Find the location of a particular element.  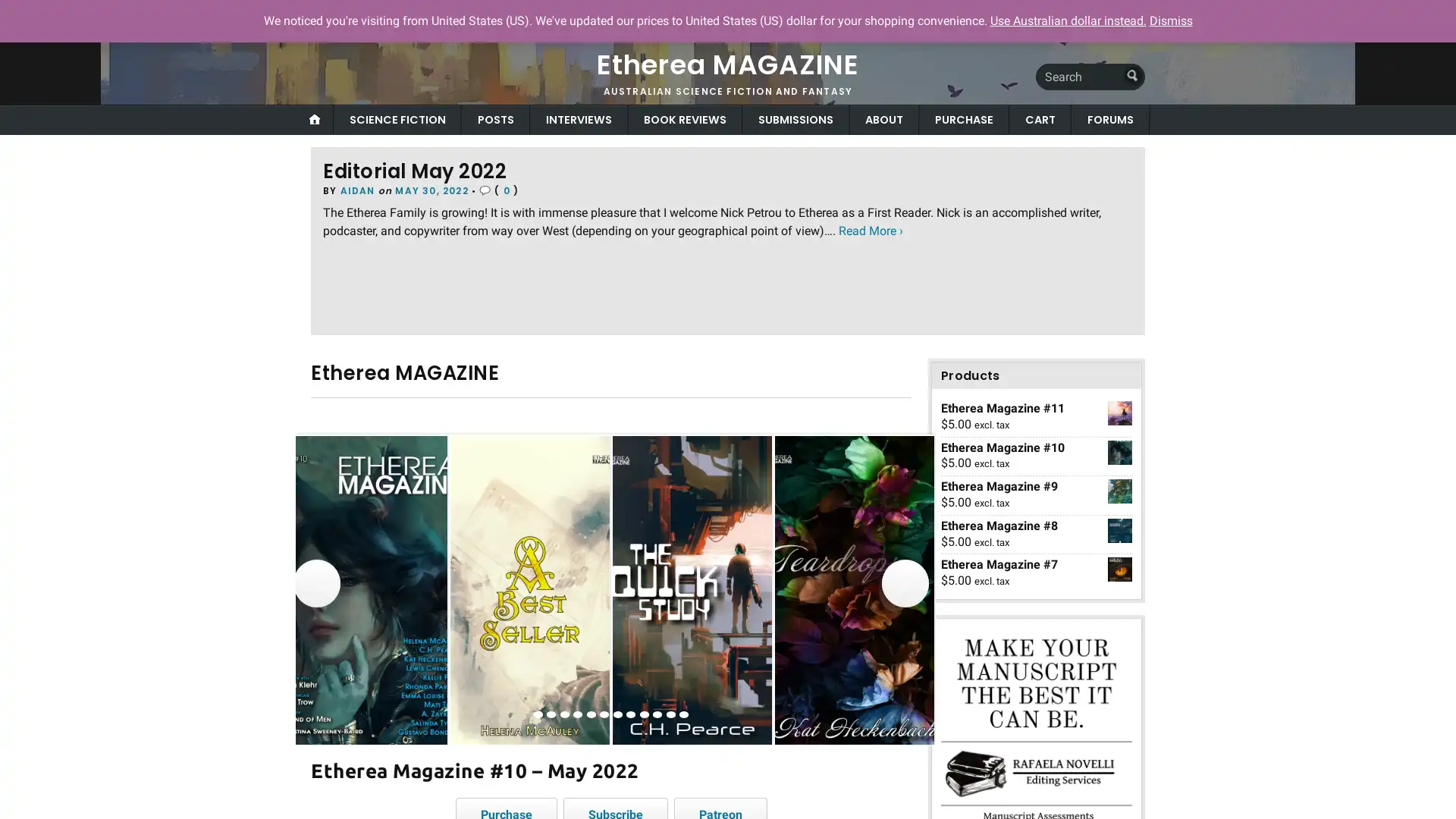

view image 7 of 12 in carousel is located at coordinates (617, 714).